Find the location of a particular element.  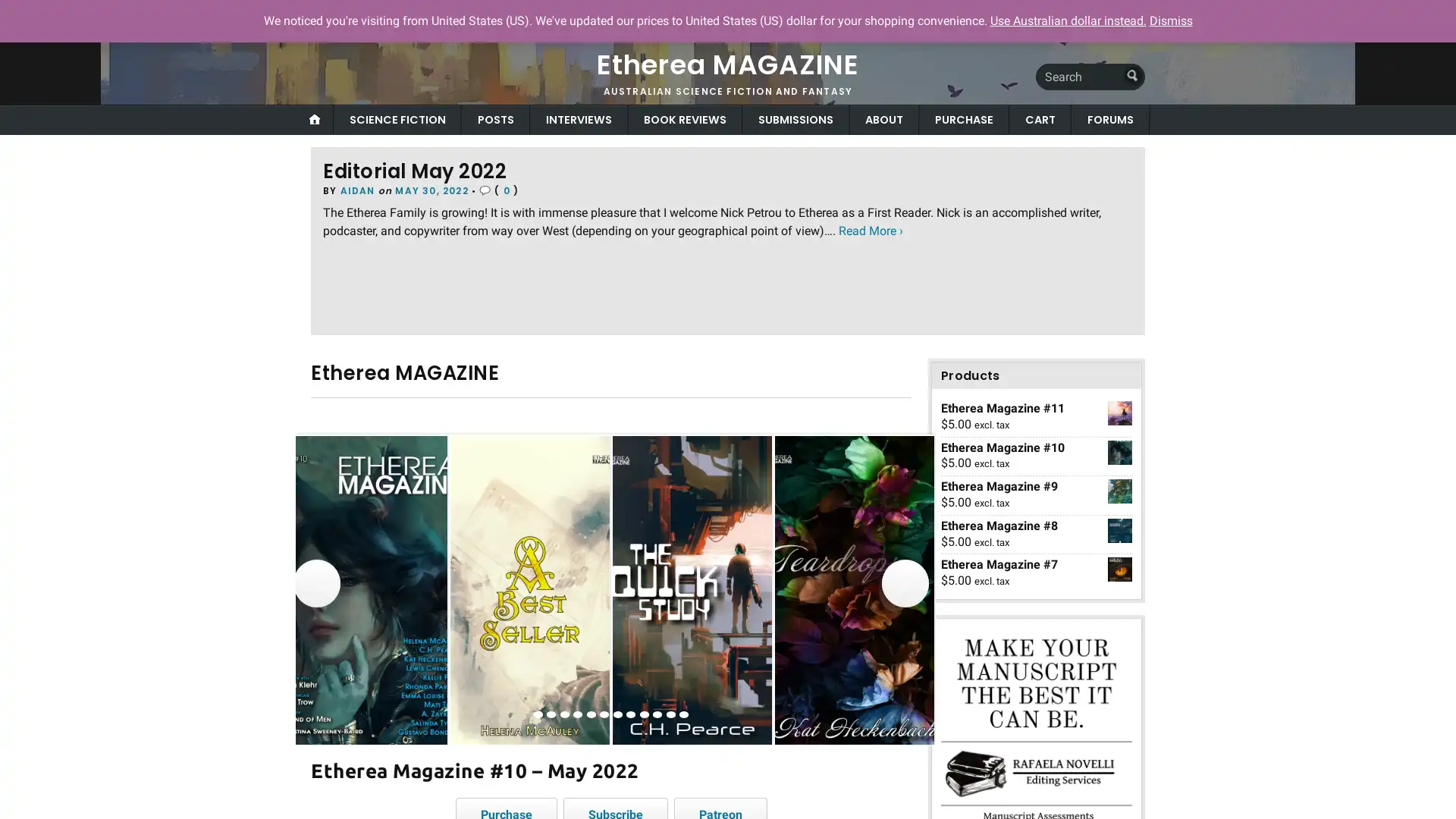

view image 7 of 12 in carousel is located at coordinates (617, 714).